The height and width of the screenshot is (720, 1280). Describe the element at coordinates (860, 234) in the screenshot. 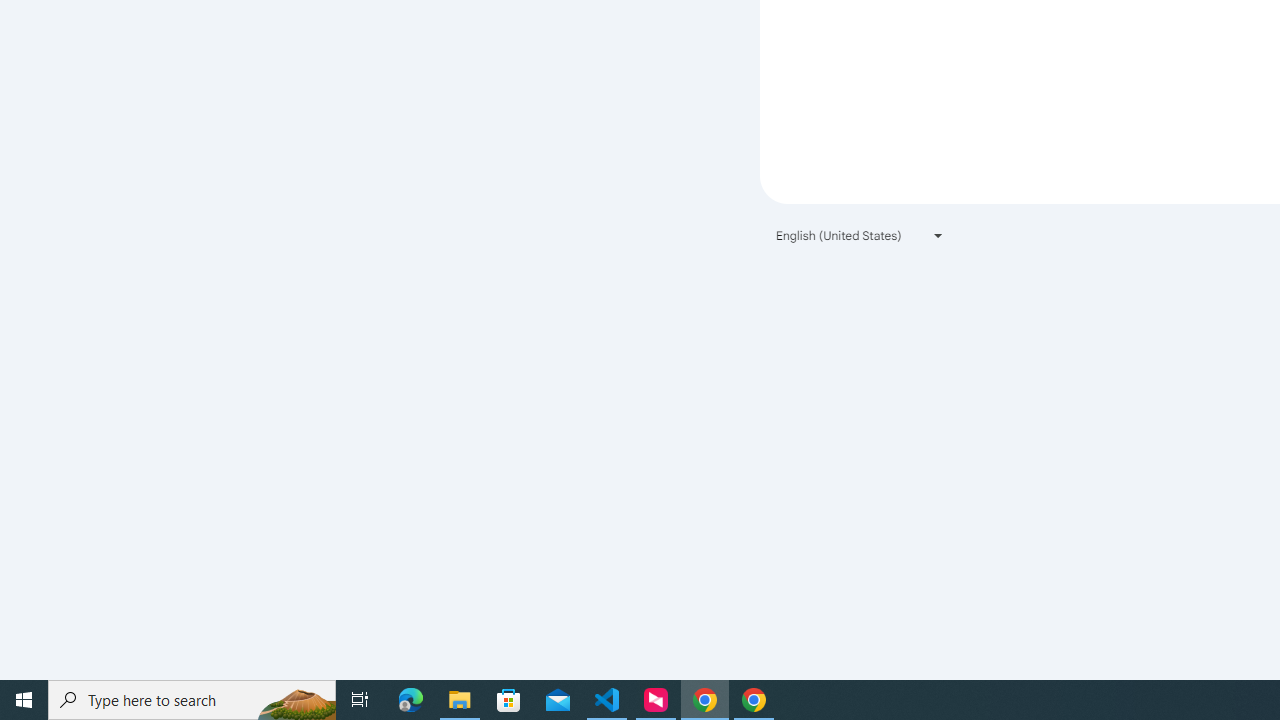

I see `'English (United States)'` at that location.